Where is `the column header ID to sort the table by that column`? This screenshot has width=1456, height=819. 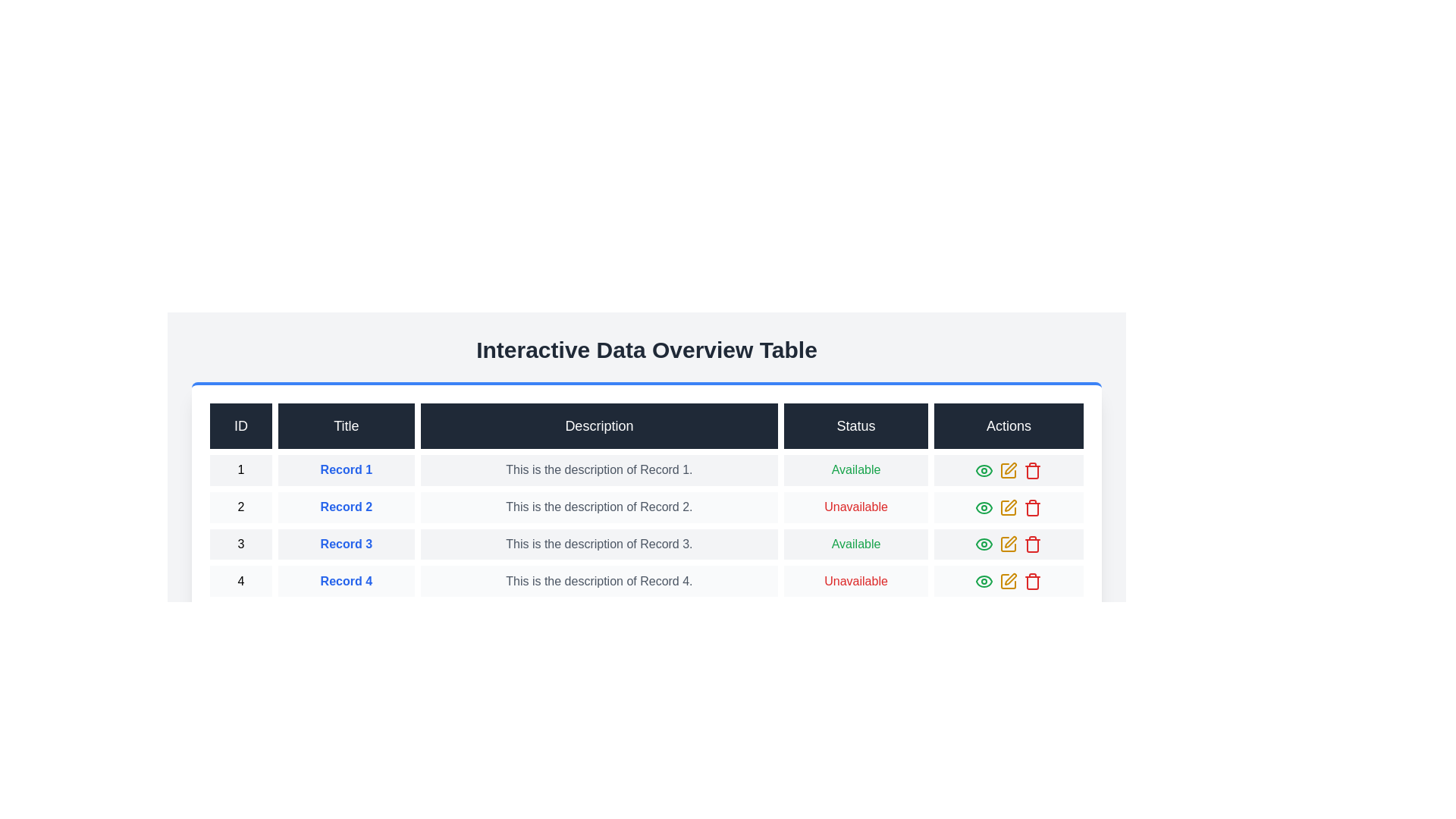 the column header ID to sort the table by that column is located at coordinates (240, 426).